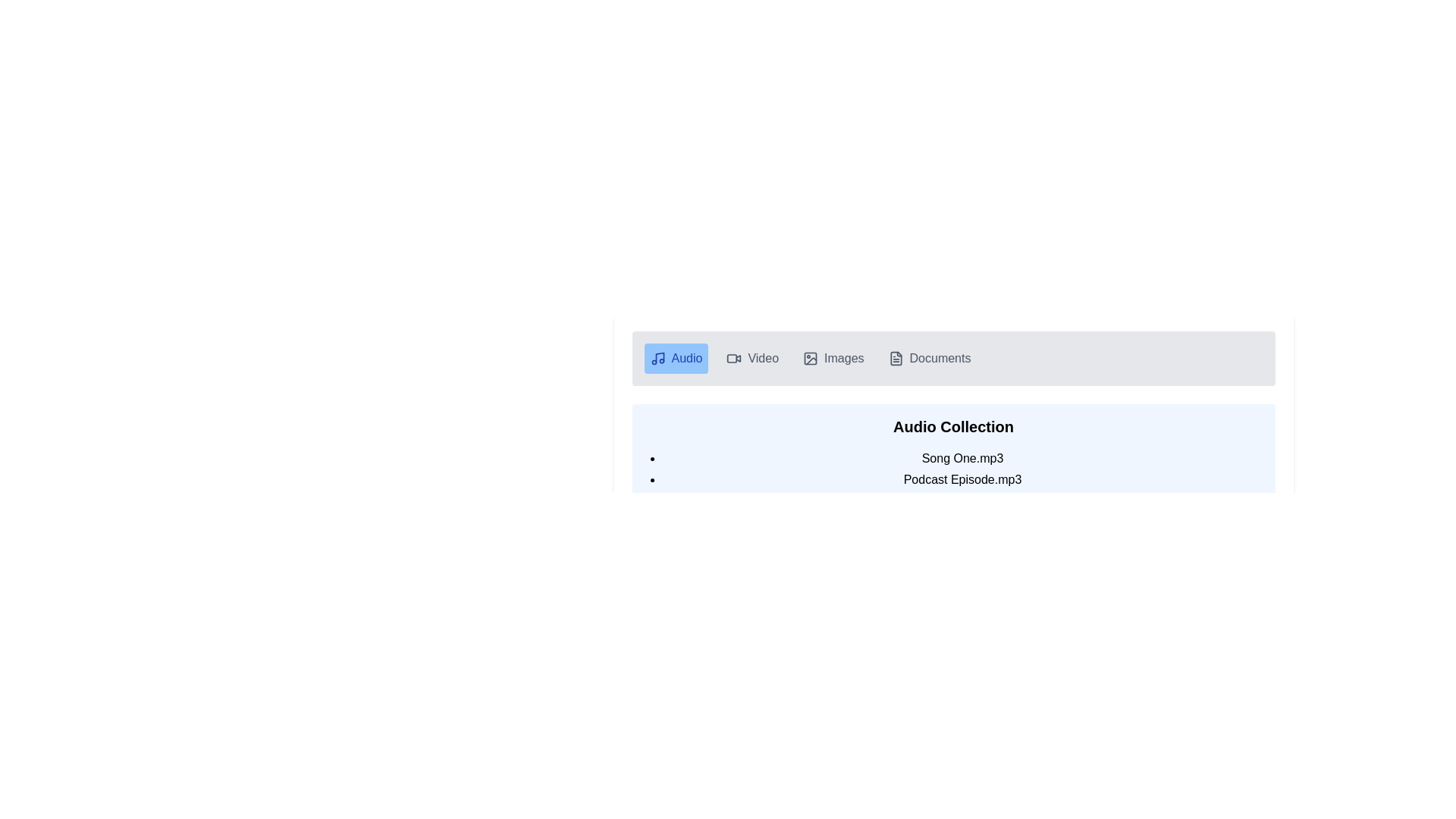 This screenshot has width=1456, height=819. Describe the element at coordinates (952, 427) in the screenshot. I see `title 'Audio Collection' which is a bold text headline positioned at the top center of the audio files section` at that location.